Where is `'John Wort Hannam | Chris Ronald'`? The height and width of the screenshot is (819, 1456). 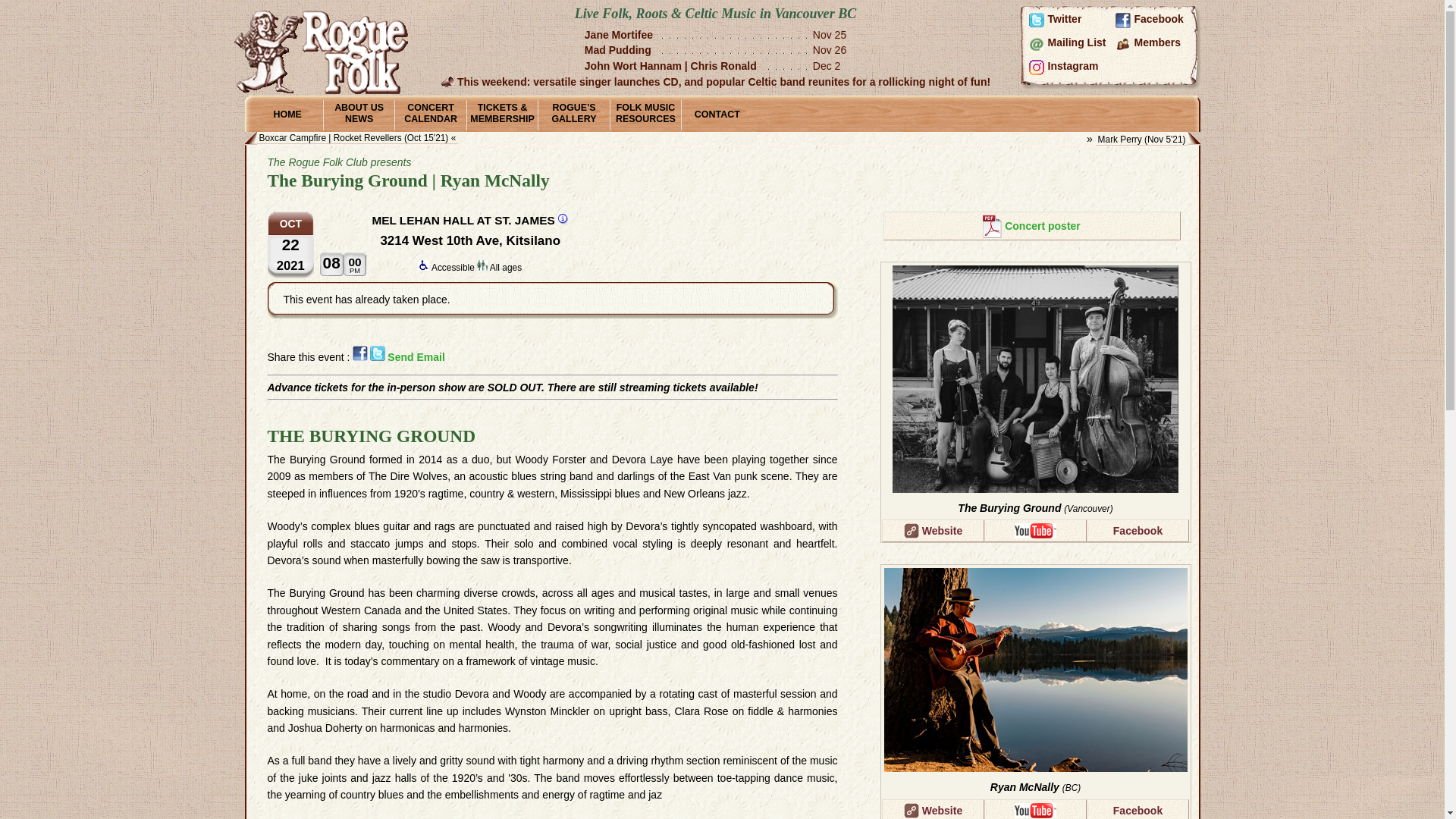 'John Wort Hannam | Chris Ronald' is located at coordinates (673, 65).